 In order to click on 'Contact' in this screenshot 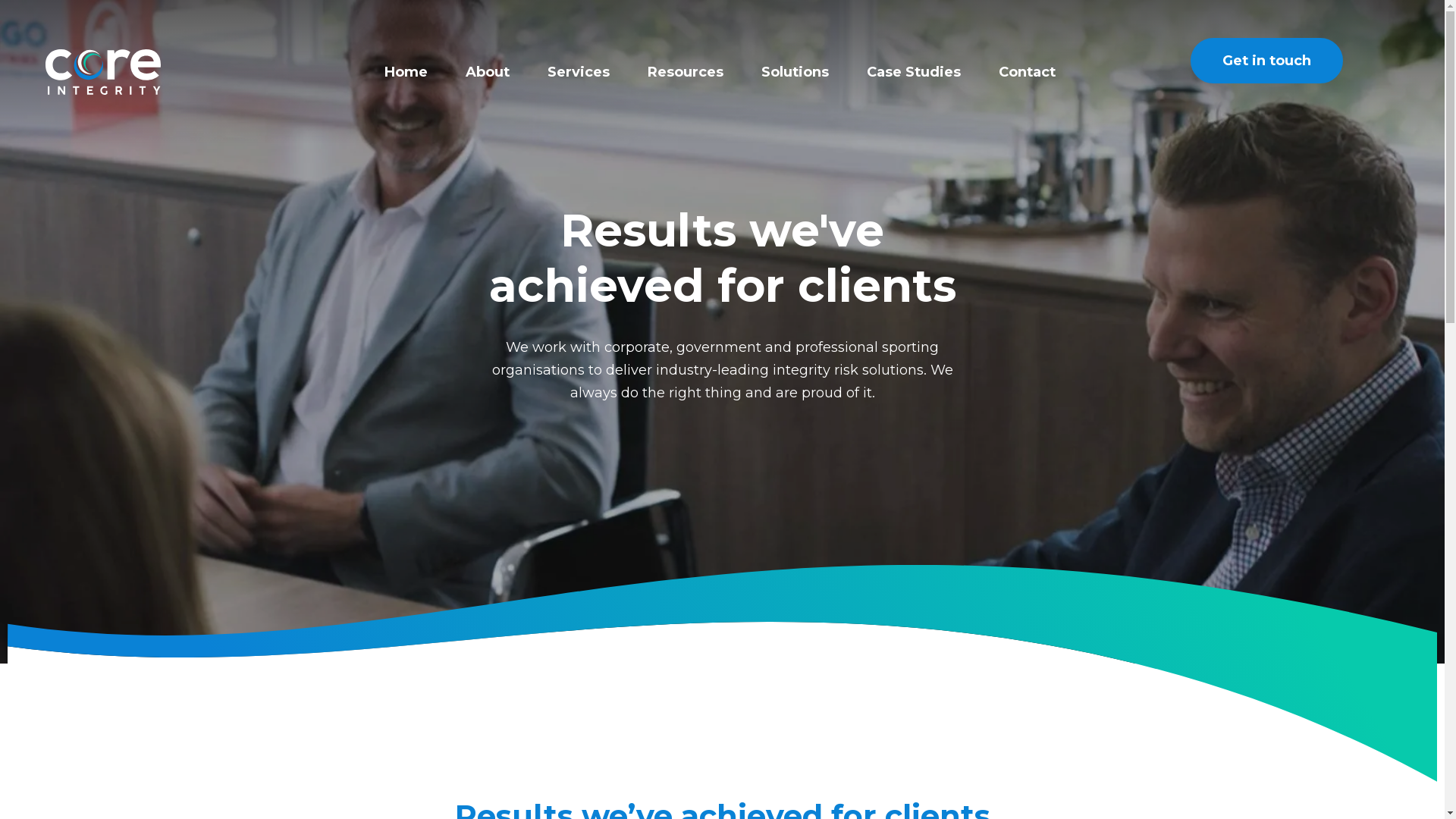, I will do `click(1027, 72)`.